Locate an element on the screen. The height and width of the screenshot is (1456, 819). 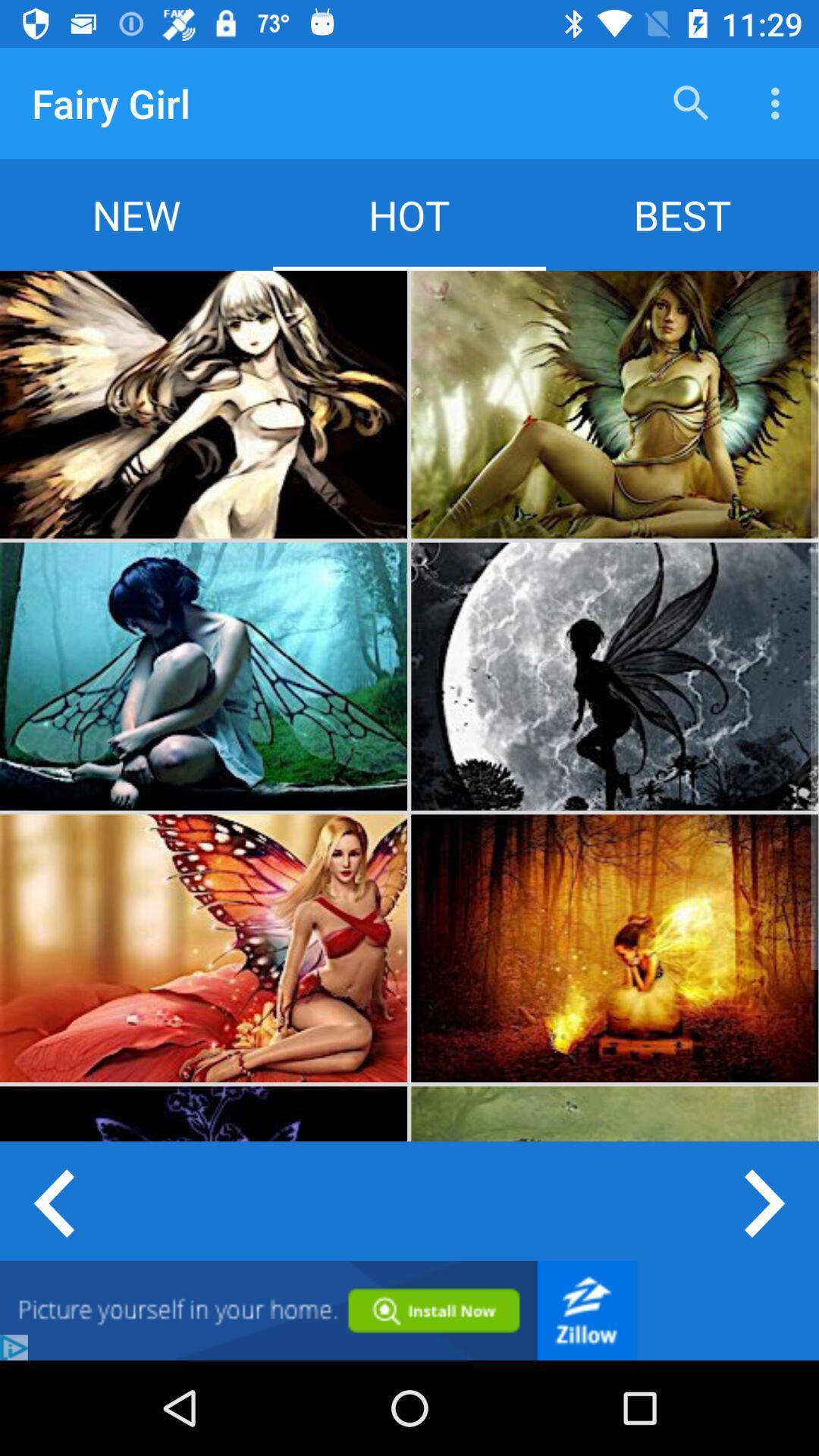
the arrow_backward icon is located at coordinates (52, 1200).